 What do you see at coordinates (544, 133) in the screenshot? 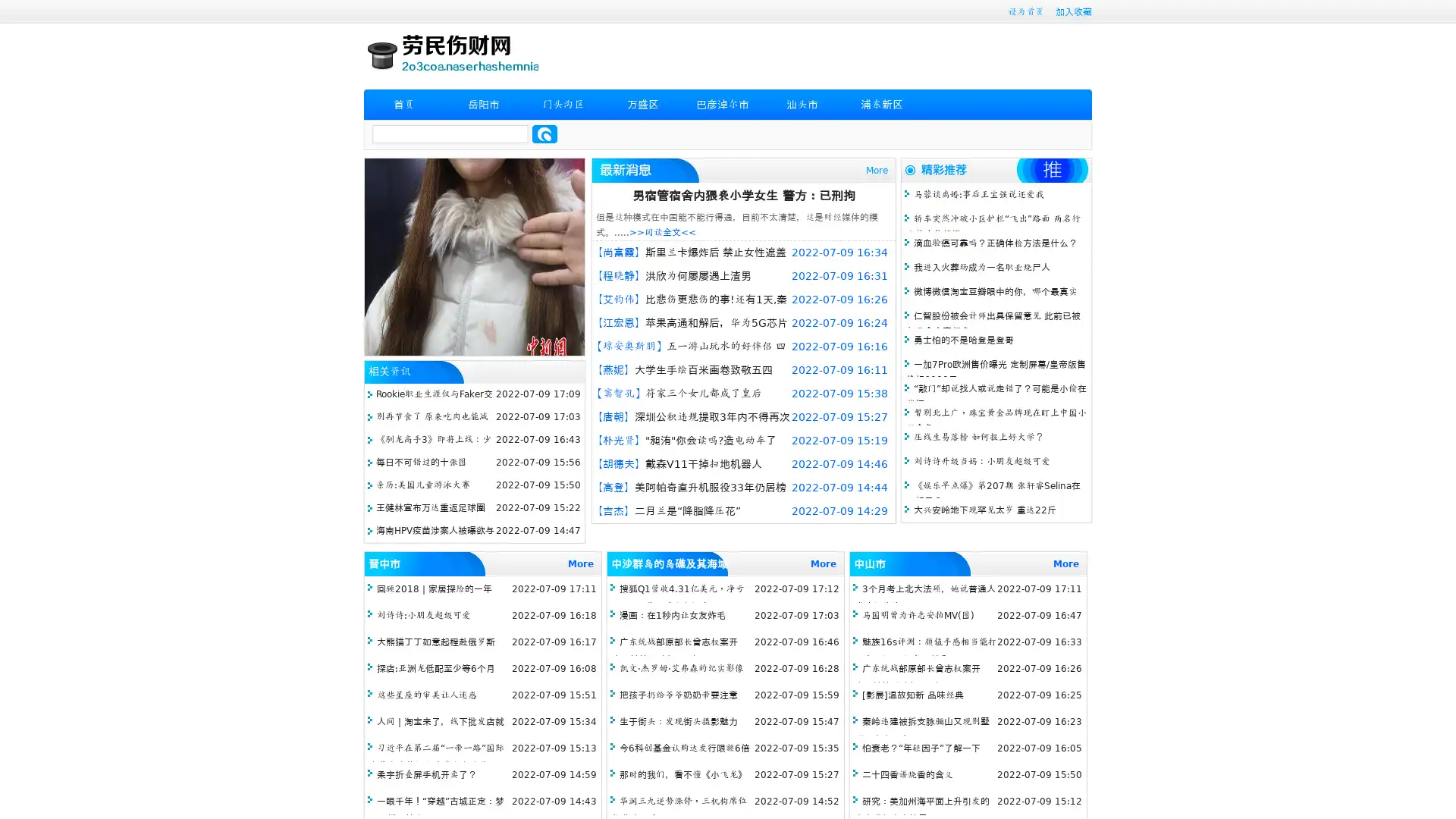
I see `Search` at bounding box center [544, 133].